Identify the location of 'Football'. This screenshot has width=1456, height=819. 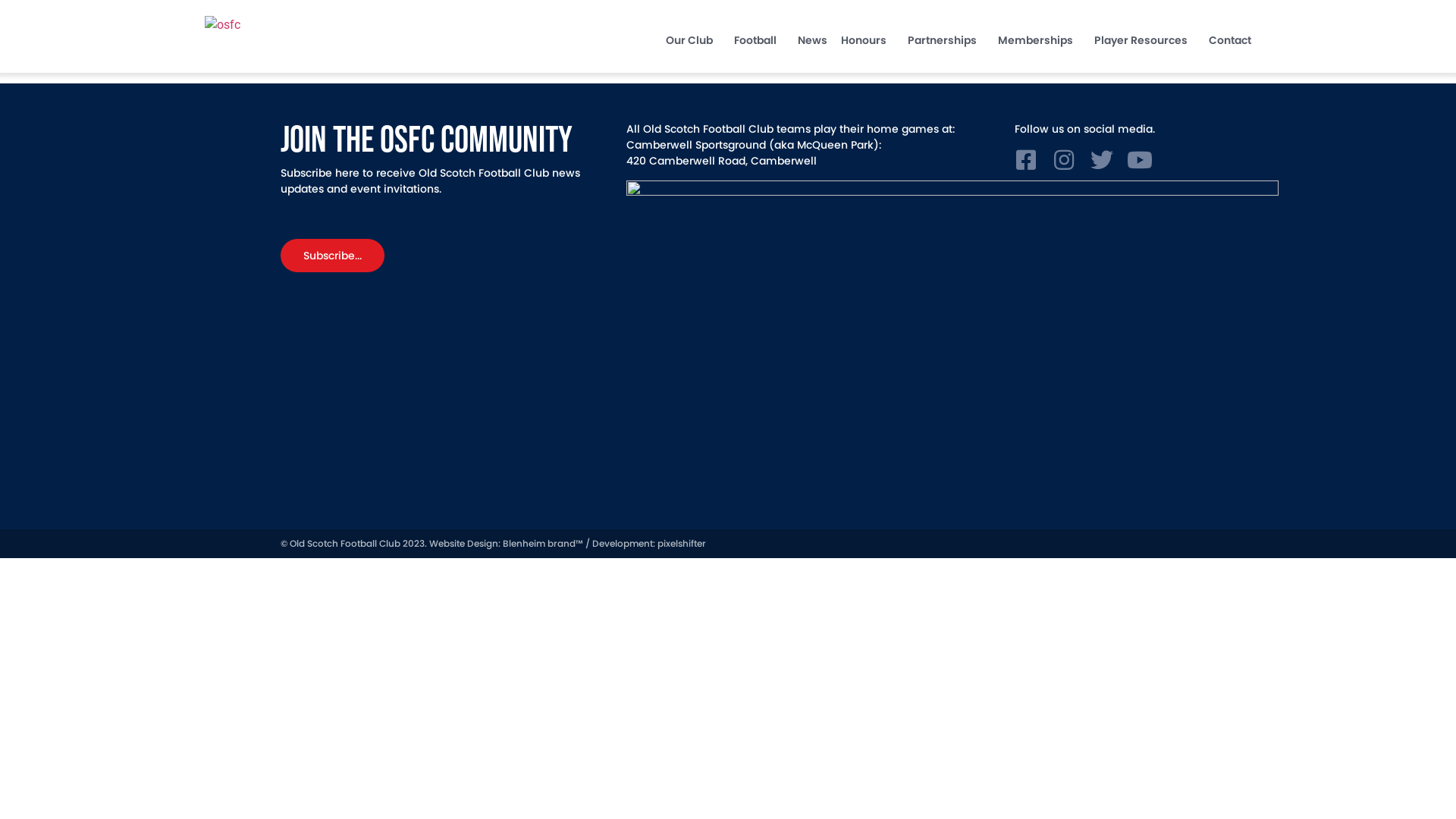
(759, 39).